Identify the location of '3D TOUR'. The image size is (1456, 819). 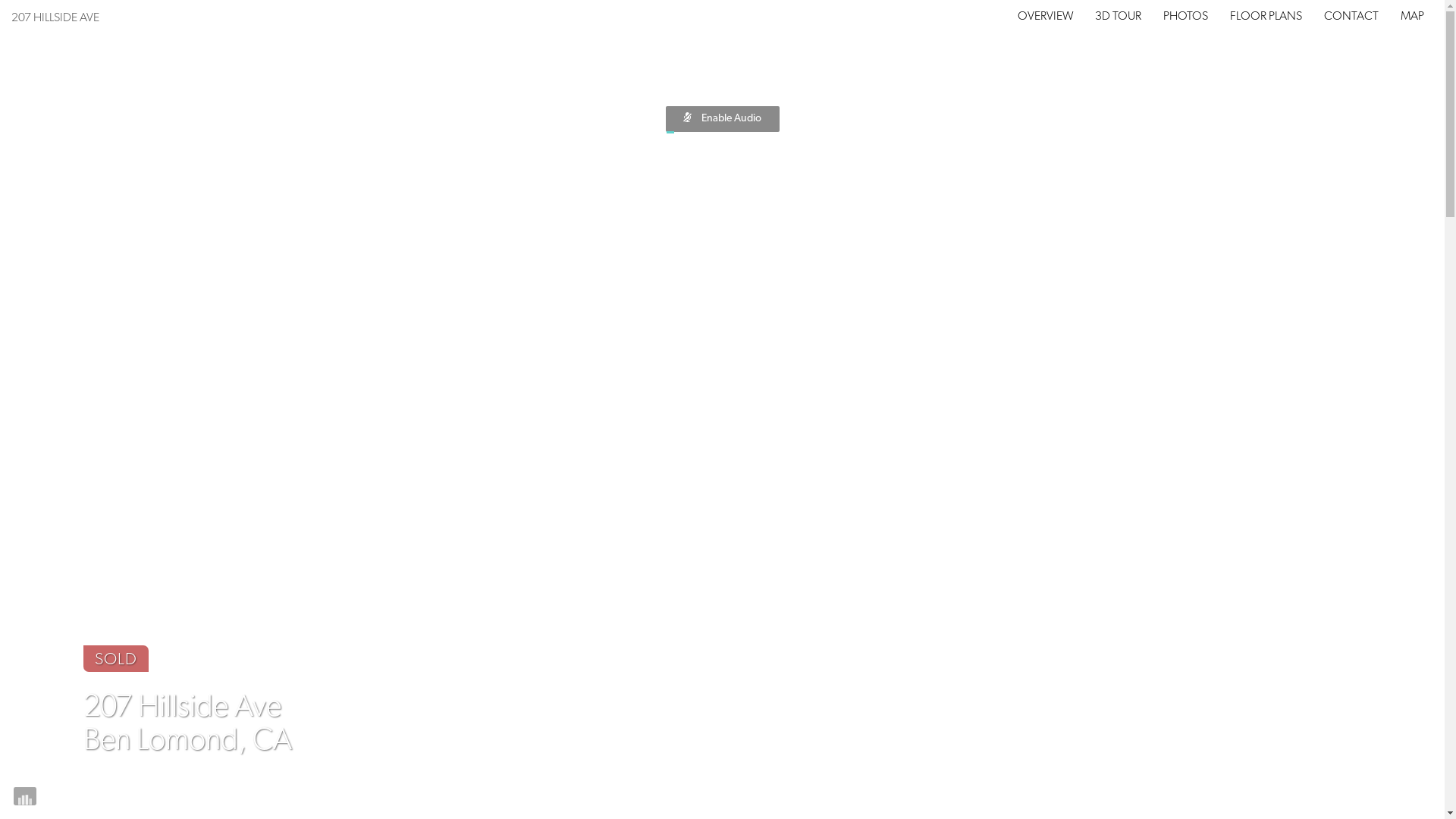
(1095, 17).